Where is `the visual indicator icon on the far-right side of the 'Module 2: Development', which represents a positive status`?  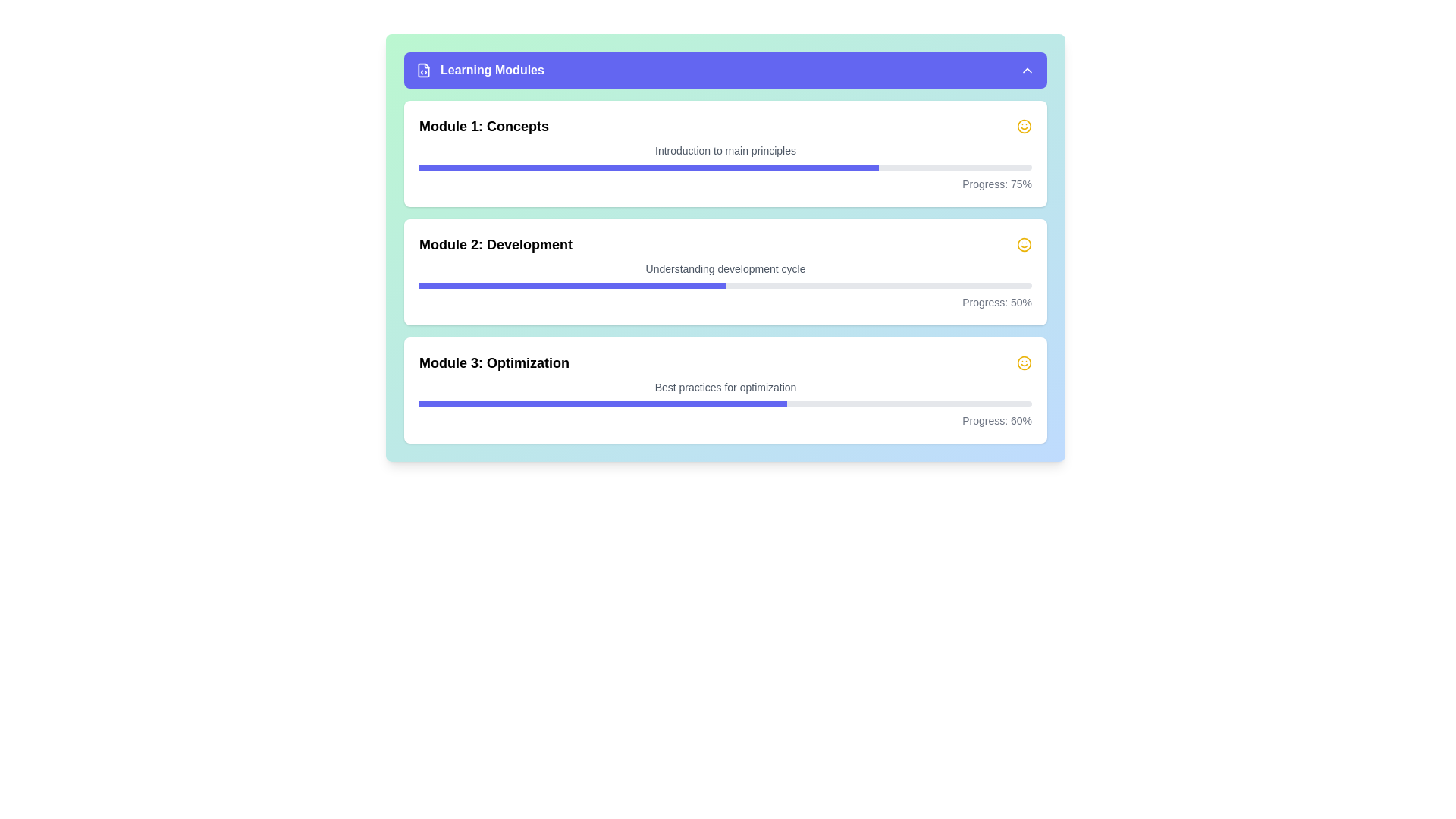
the visual indicator icon on the far-right side of the 'Module 2: Development', which represents a positive status is located at coordinates (1024, 244).